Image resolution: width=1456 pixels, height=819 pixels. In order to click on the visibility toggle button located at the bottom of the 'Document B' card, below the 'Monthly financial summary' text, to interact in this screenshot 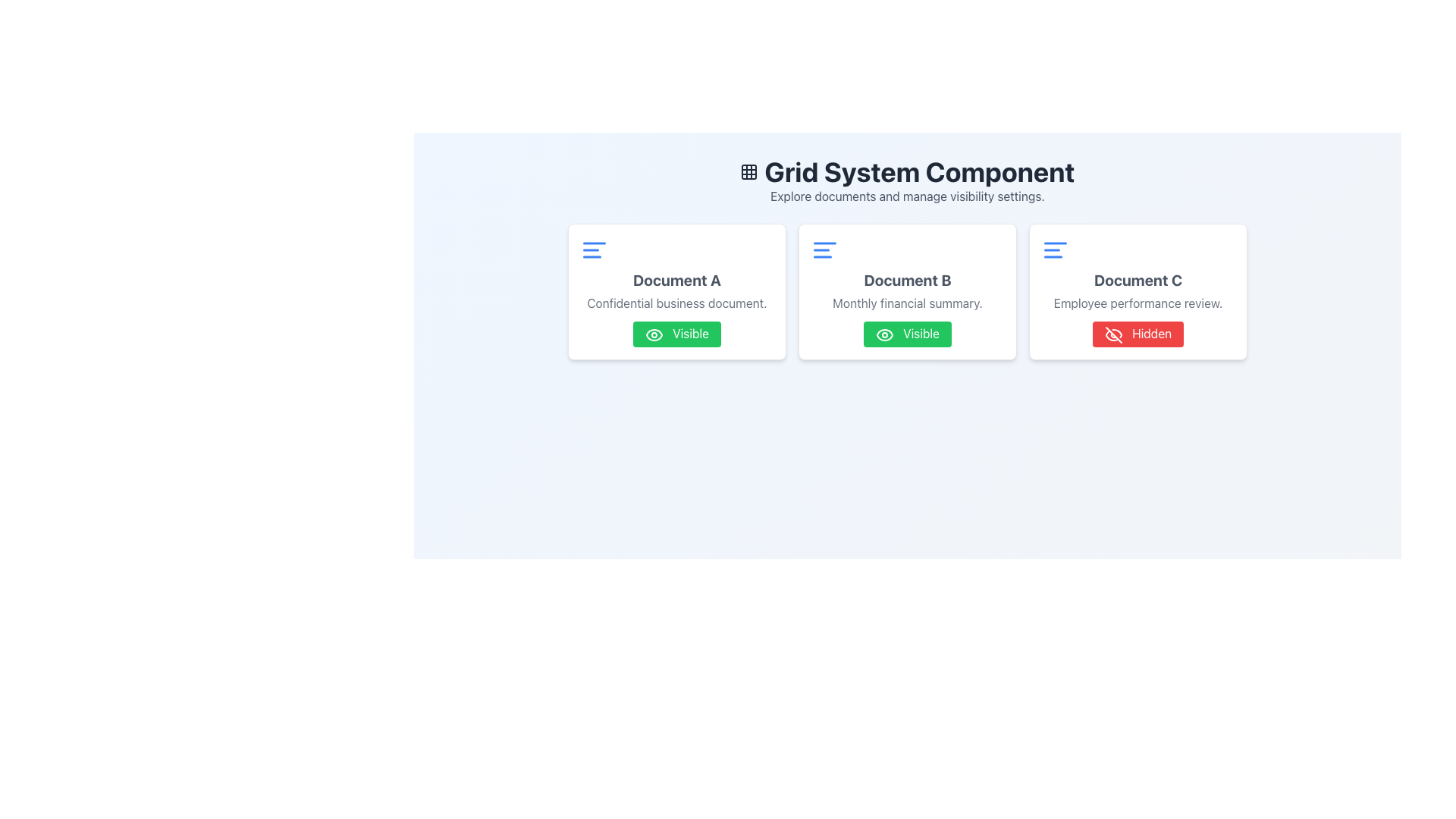, I will do `click(907, 333)`.